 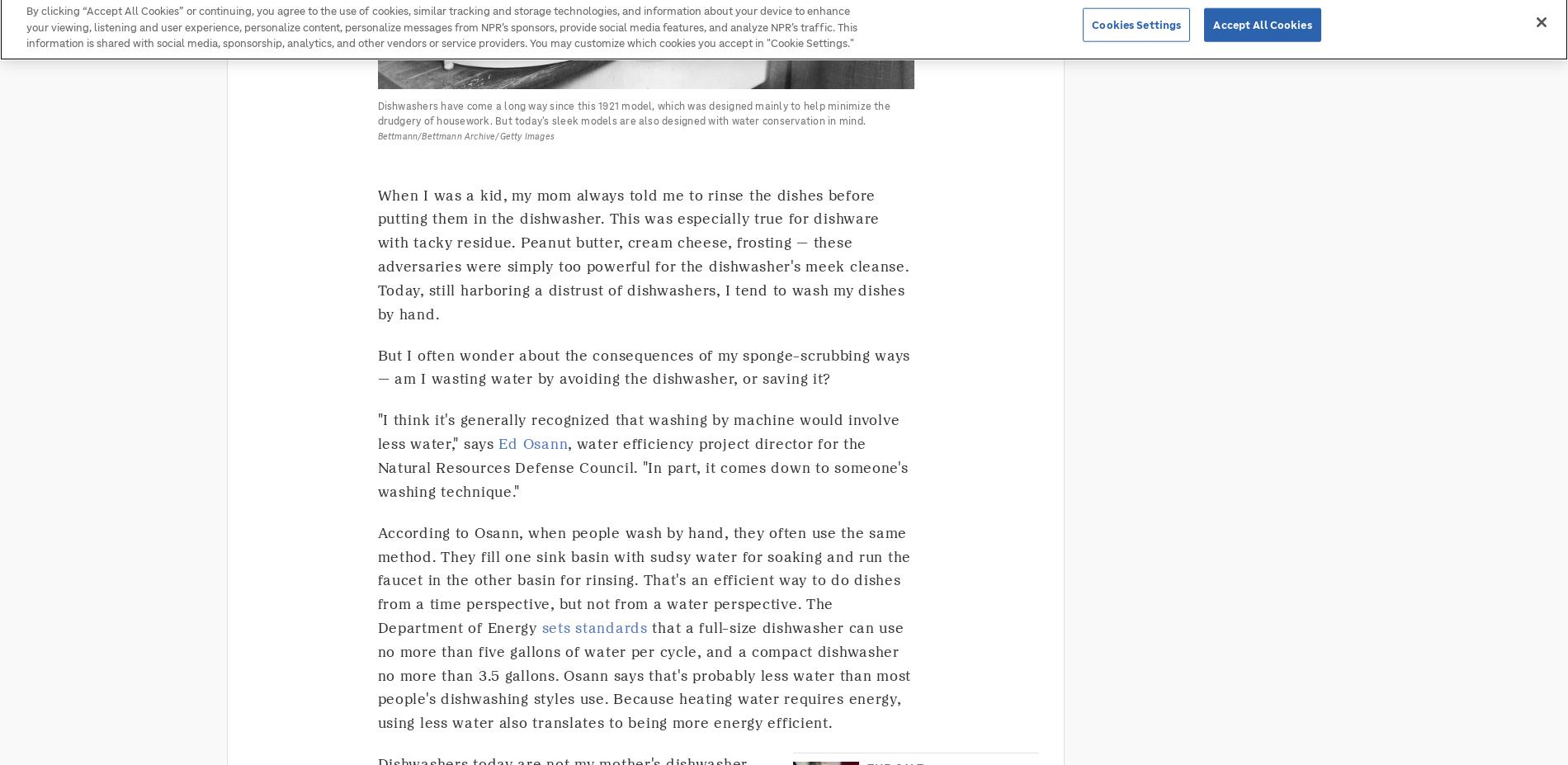 What do you see at coordinates (643, 578) in the screenshot?
I see `'According to Osann, when people wash by hand, they often use the same method. They fill one sink basin with sudsy water for soaking and run the faucet in the other basin for rinsing. That's an efficient way to do dishes from a time perspective, but not from a water perspective. The Department of Energy'` at bounding box center [643, 578].